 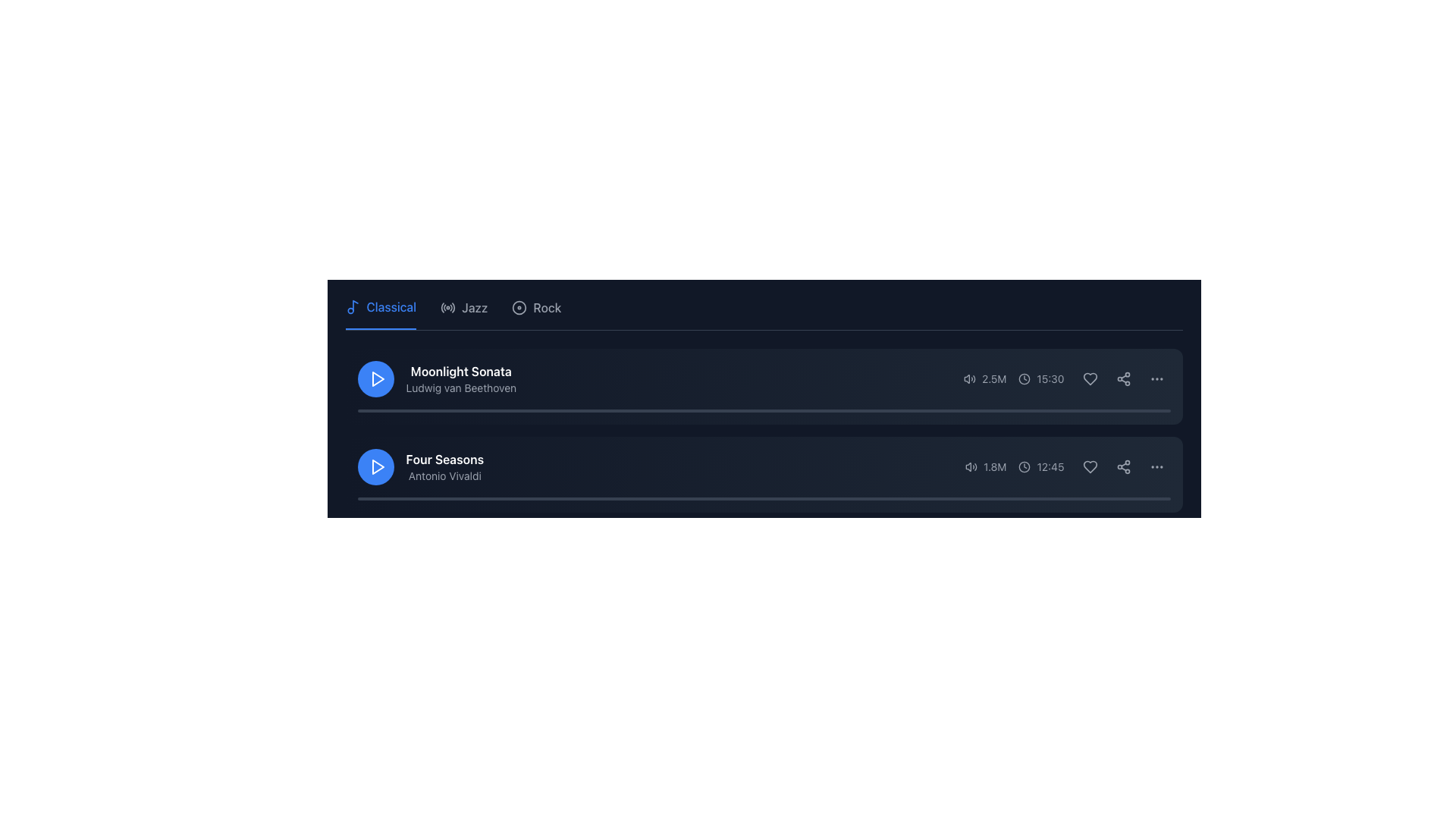 I want to click on the text display element that shows '2.5M', which is styled in a small font size and located to the right of the volume icon in the card for 'Moonlight Sonata', so click(x=994, y=378).